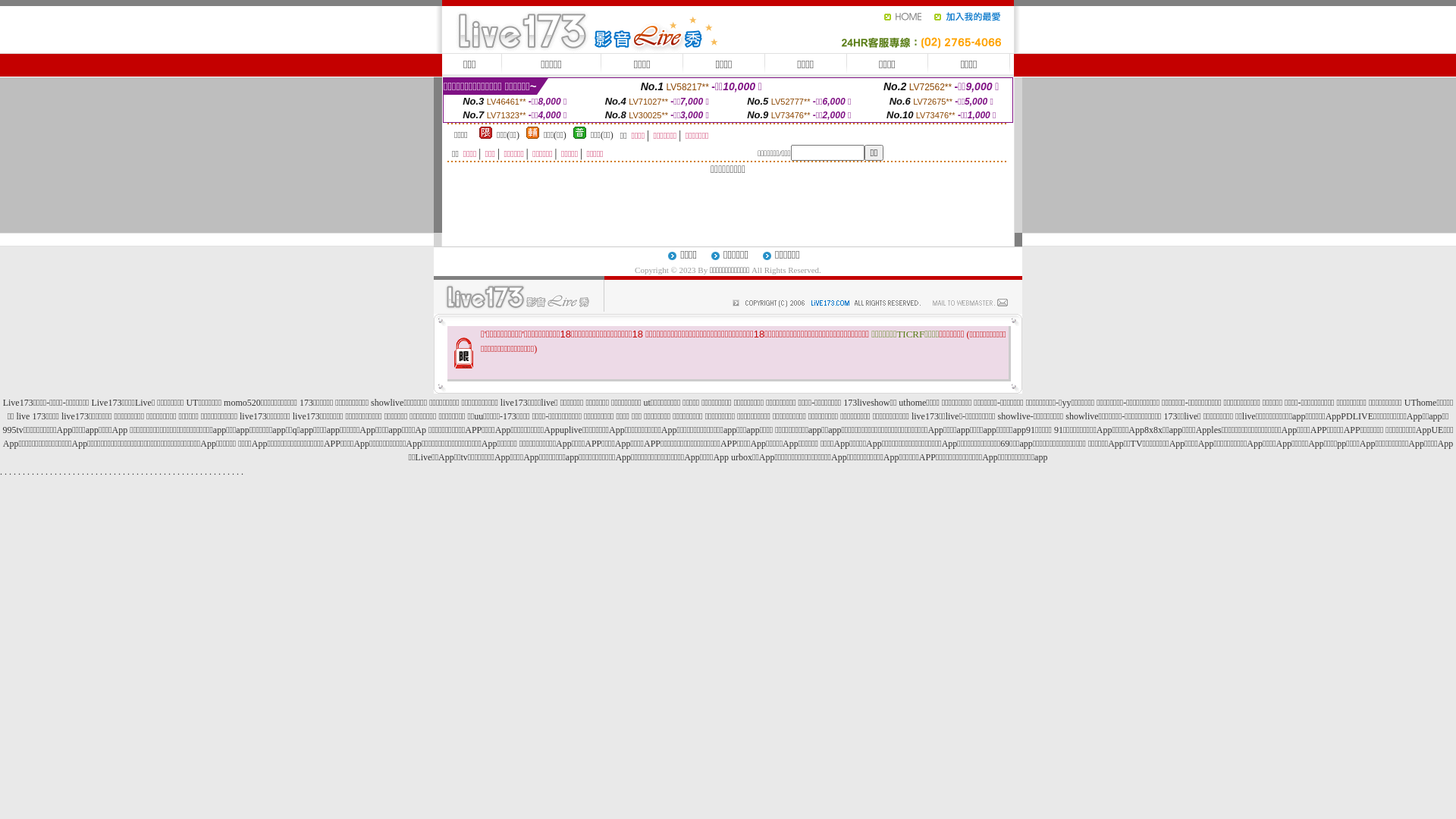 This screenshot has height=819, width=1456. Describe the element at coordinates (24, 470) in the screenshot. I see `'.'` at that location.